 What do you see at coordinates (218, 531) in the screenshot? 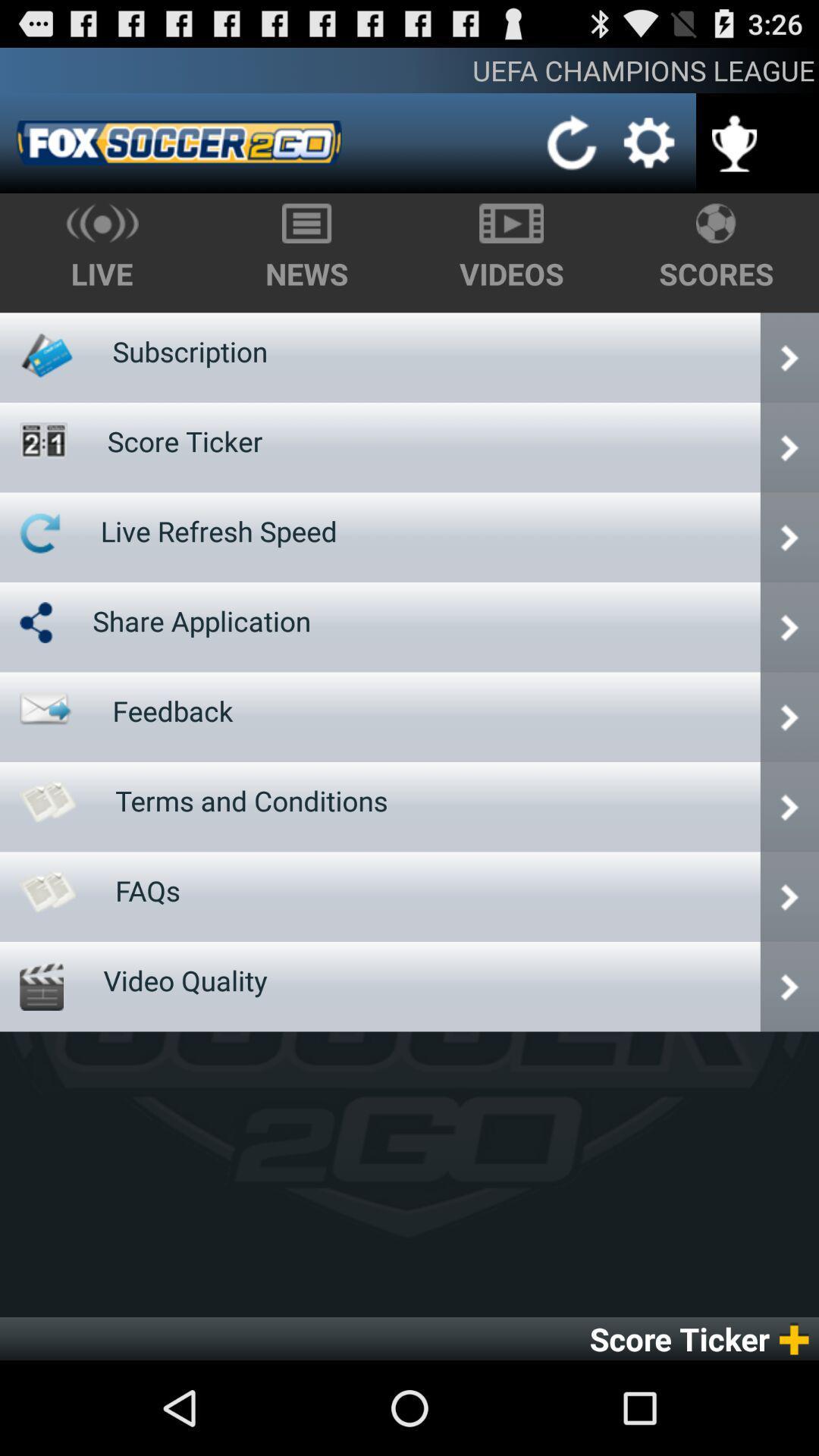
I see `live refresh speed app` at bounding box center [218, 531].